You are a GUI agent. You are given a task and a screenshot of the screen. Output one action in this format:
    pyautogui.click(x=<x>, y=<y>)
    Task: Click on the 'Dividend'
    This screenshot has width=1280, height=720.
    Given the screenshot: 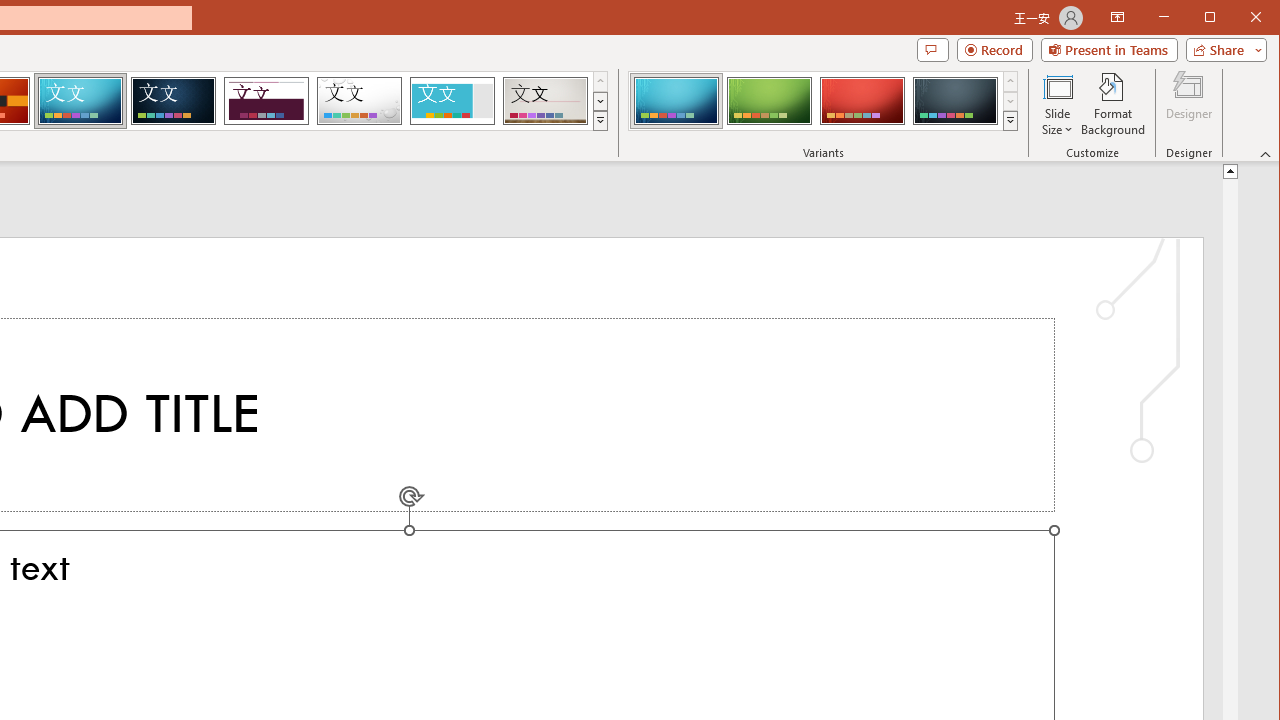 What is the action you would take?
    pyautogui.click(x=265, y=100)
    